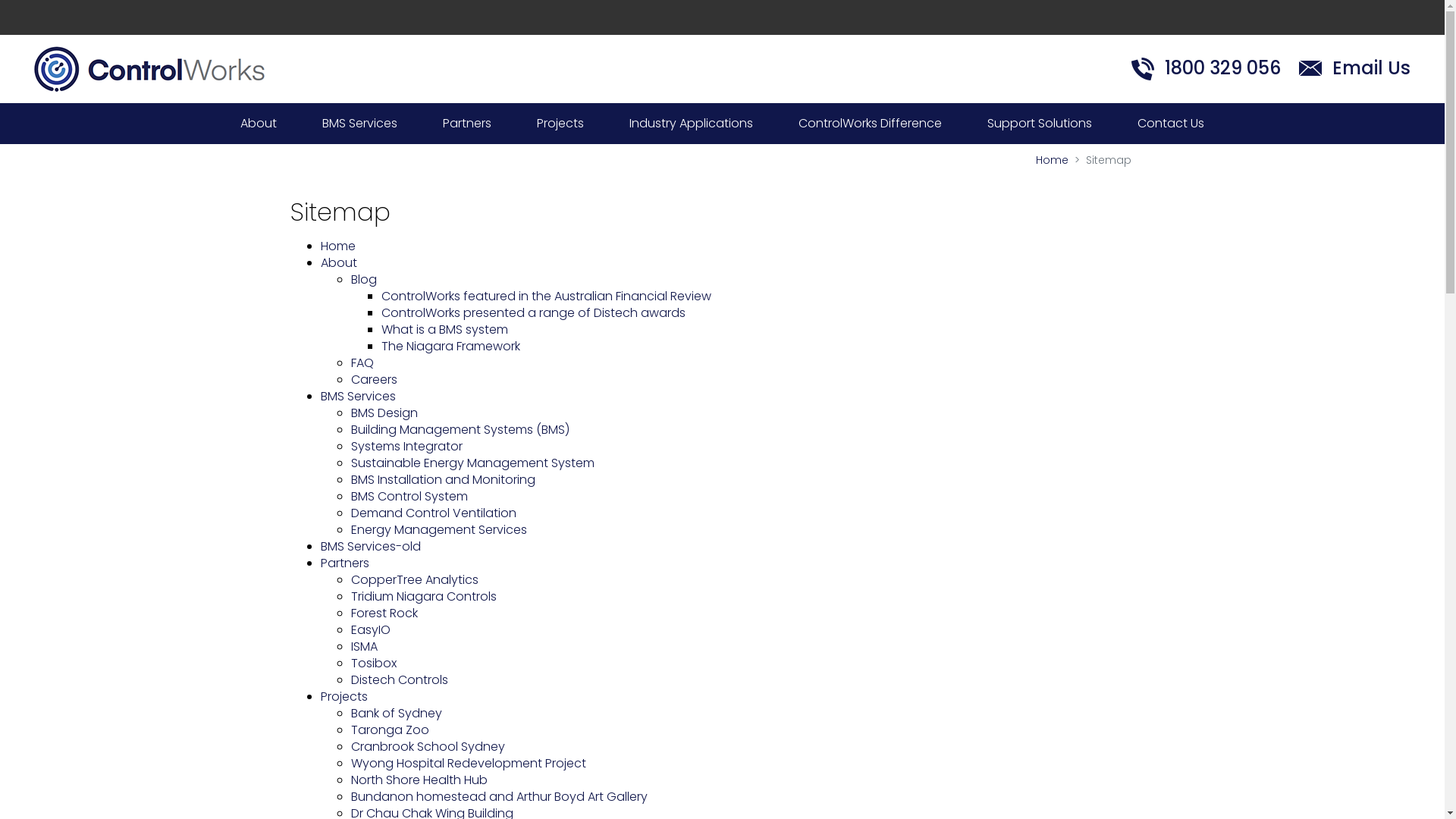 Image resolution: width=1456 pixels, height=819 pixels. What do you see at coordinates (344, 563) in the screenshot?
I see `'Partners'` at bounding box center [344, 563].